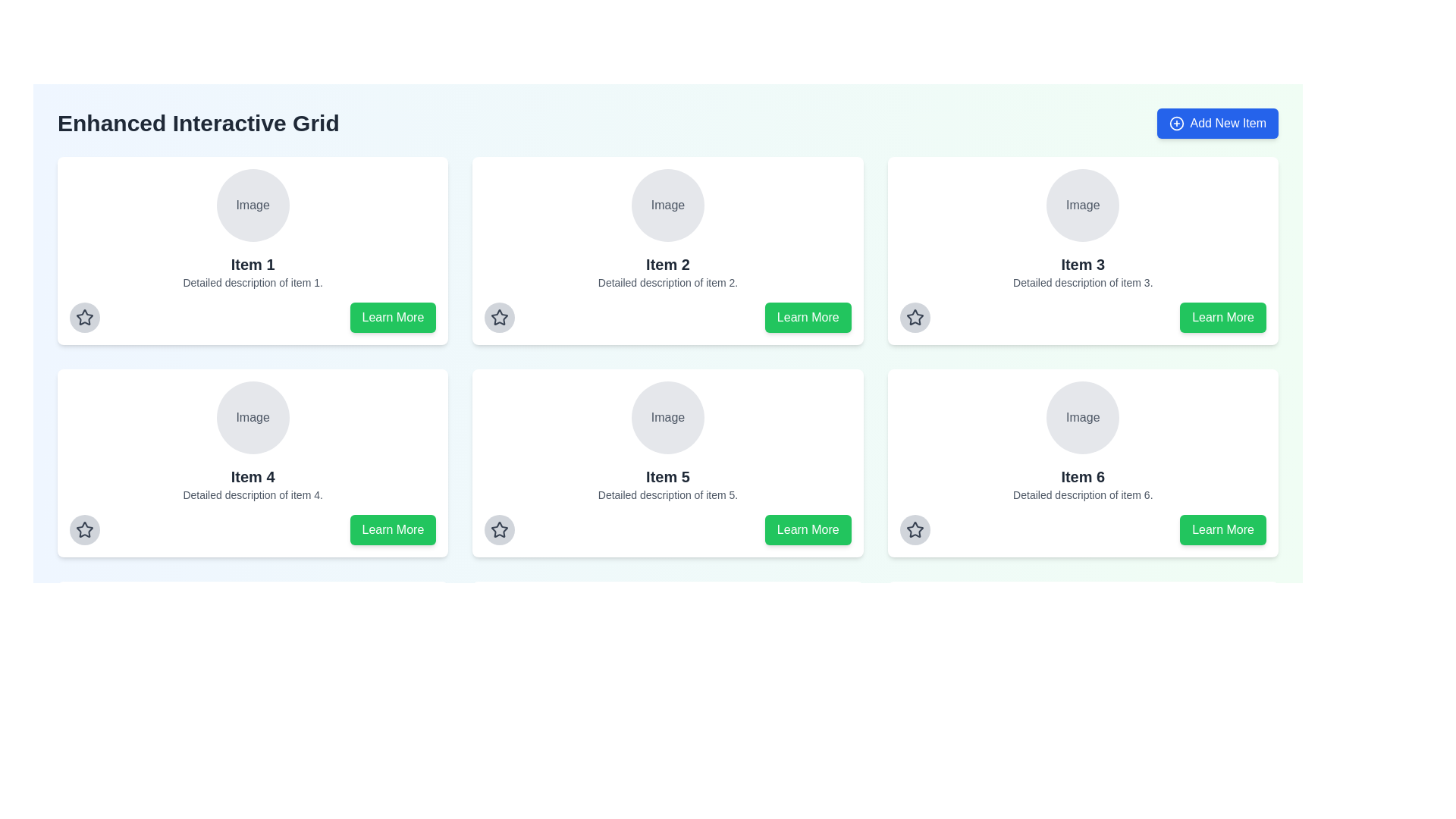  I want to click on the display card for item 3, which contains a placeholder image, title, and description, located in the top-right of the grid layout, so click(1082, 230).